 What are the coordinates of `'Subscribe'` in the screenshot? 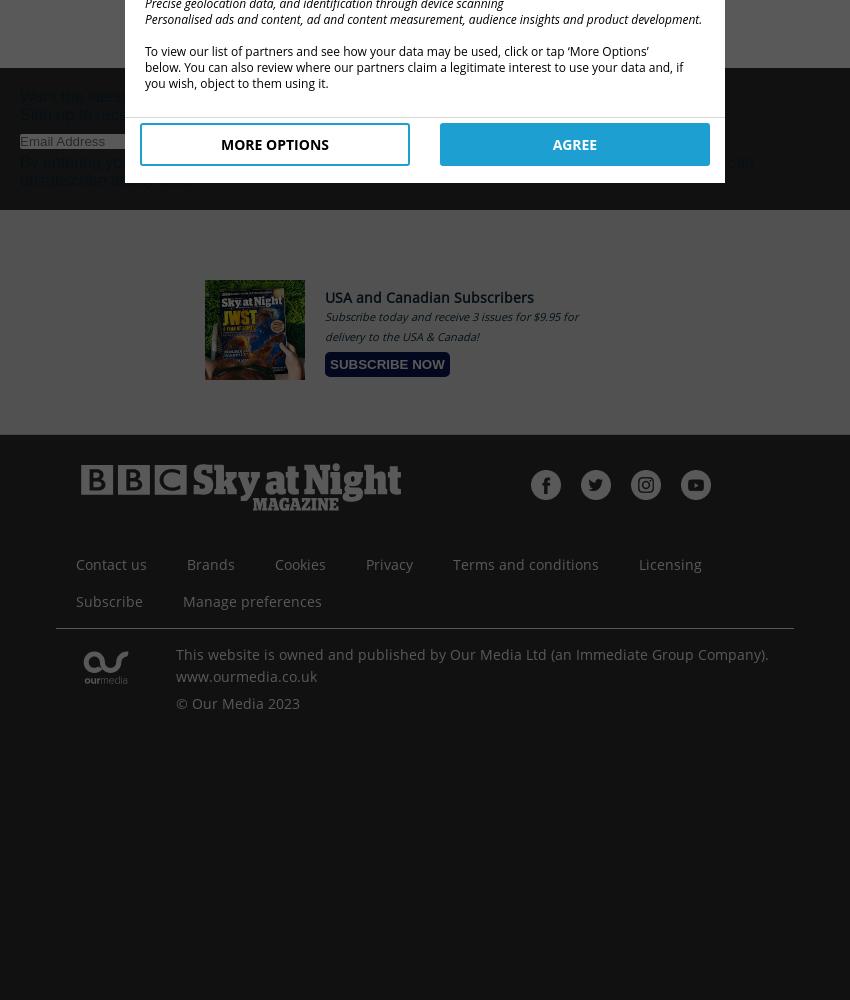 It's located at (75, 600).